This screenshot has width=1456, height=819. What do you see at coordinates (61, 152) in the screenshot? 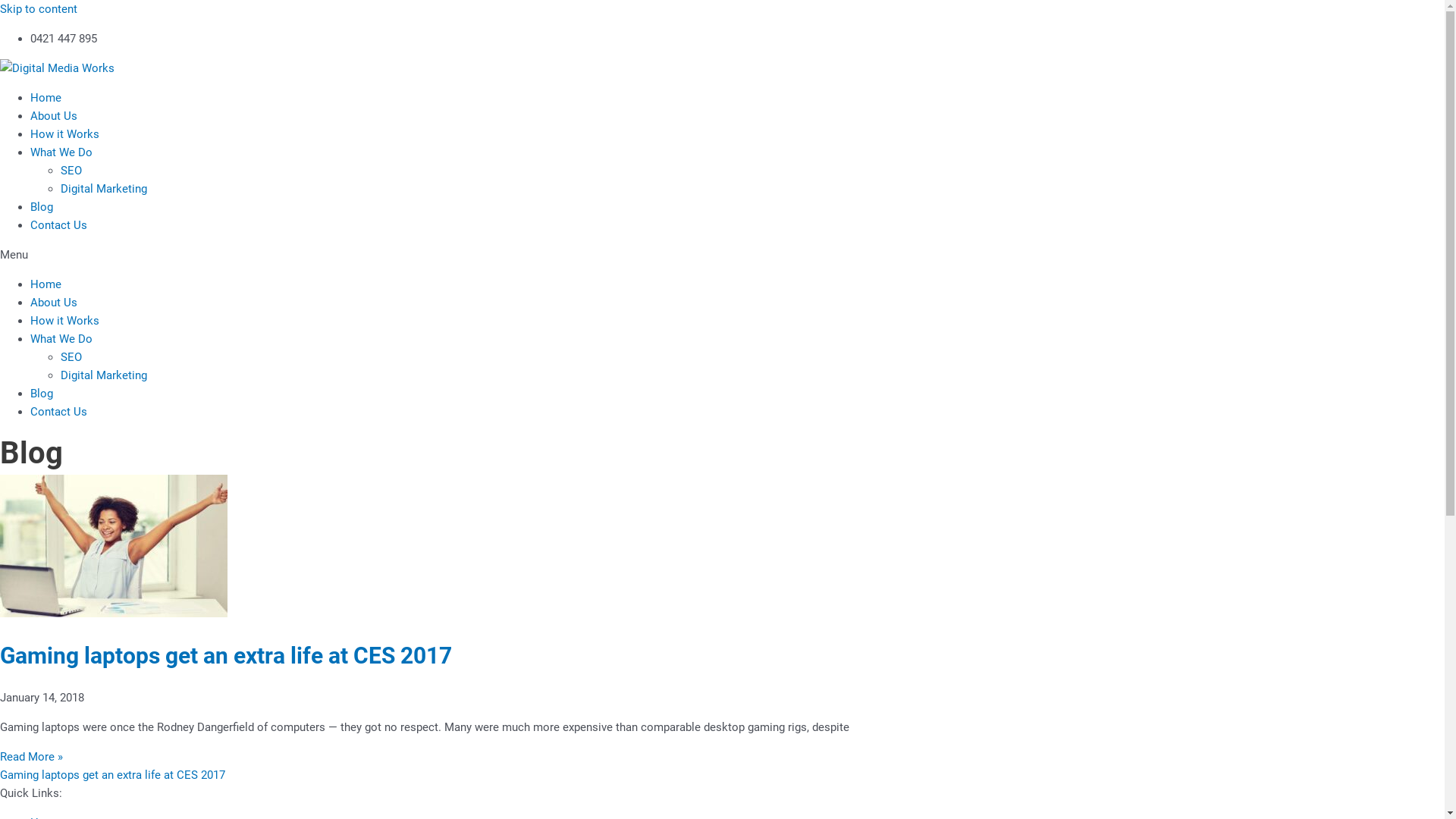
I see `'What We Do'` at bounding box center [61, 152].